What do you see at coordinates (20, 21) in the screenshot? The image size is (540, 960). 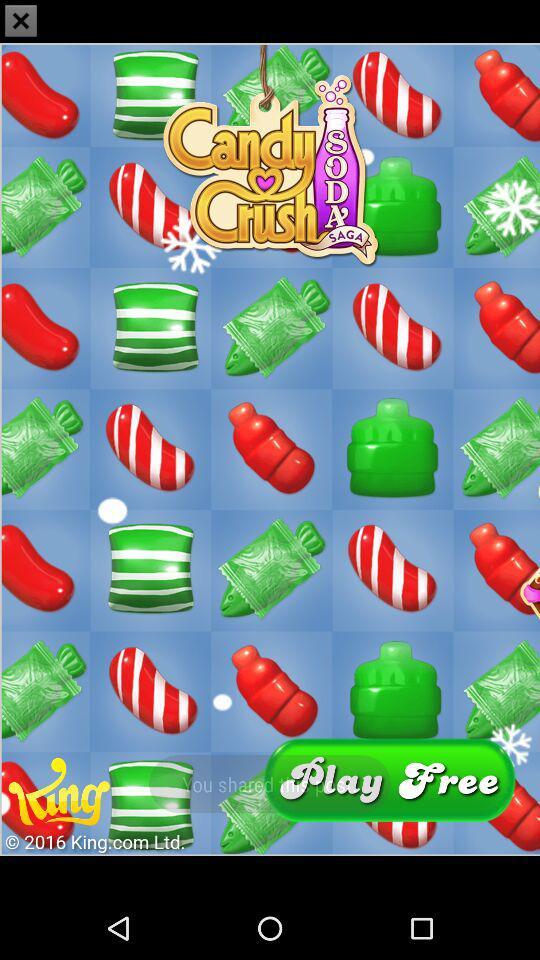 I see `the close icon` at bounding box center [20, 21].